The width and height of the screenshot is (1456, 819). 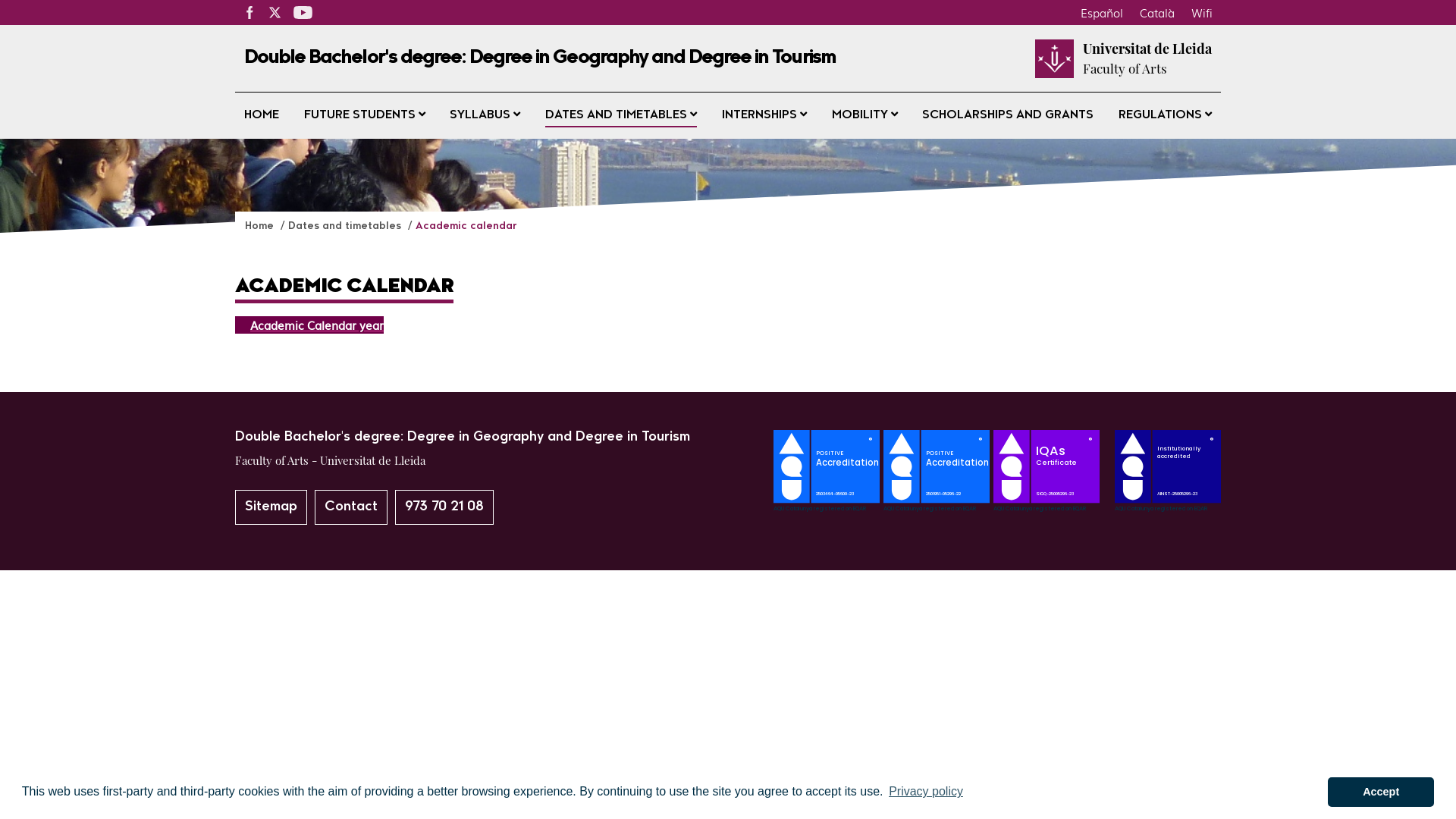 I want to click on 'SYLLABUS', so click(x=484, y=115).